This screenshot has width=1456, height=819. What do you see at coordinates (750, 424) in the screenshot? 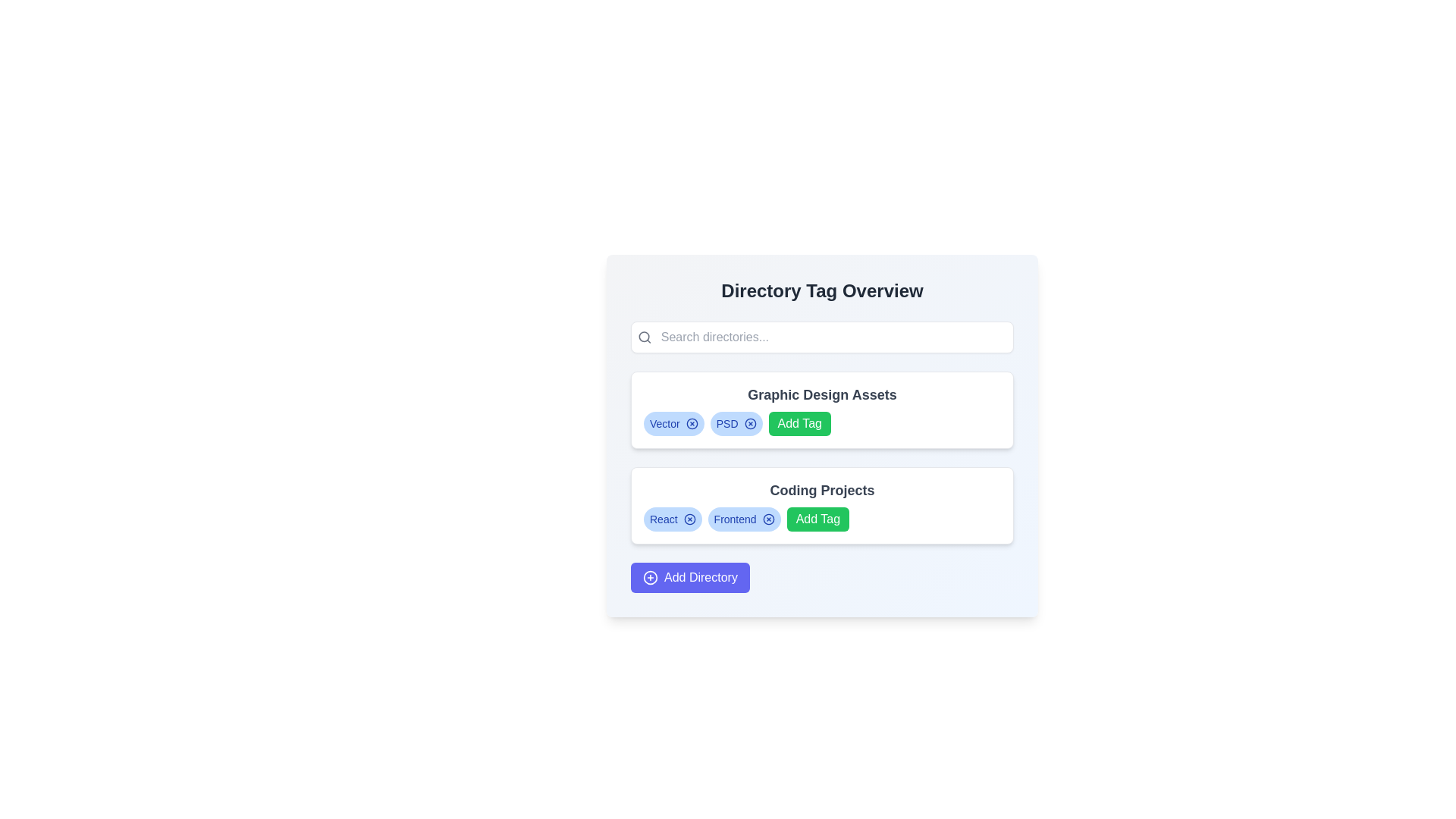
I see `the circular ring icon located to the right of the 'PSD' tag under the 'Graphic Design Assets' section` at bounding box center [750, 424].